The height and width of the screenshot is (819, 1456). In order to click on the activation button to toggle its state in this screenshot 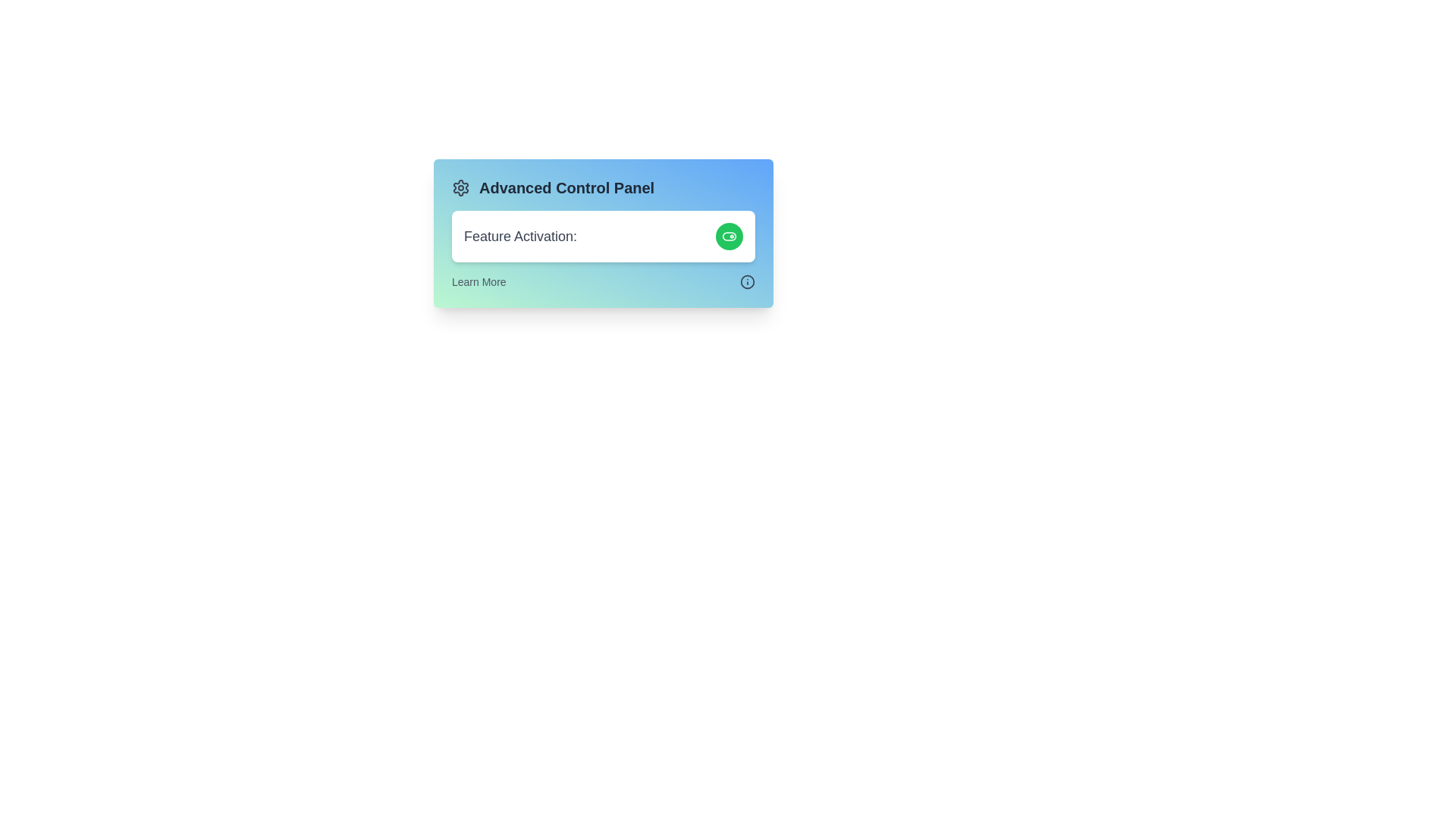, I will do `click(729, 237)`.